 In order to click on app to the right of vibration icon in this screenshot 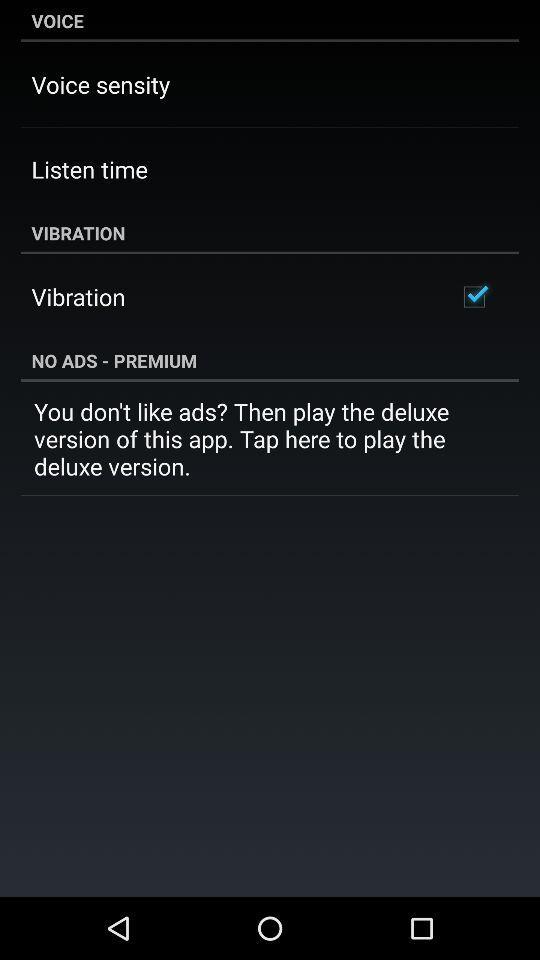, I will do `click(473, 296)`.